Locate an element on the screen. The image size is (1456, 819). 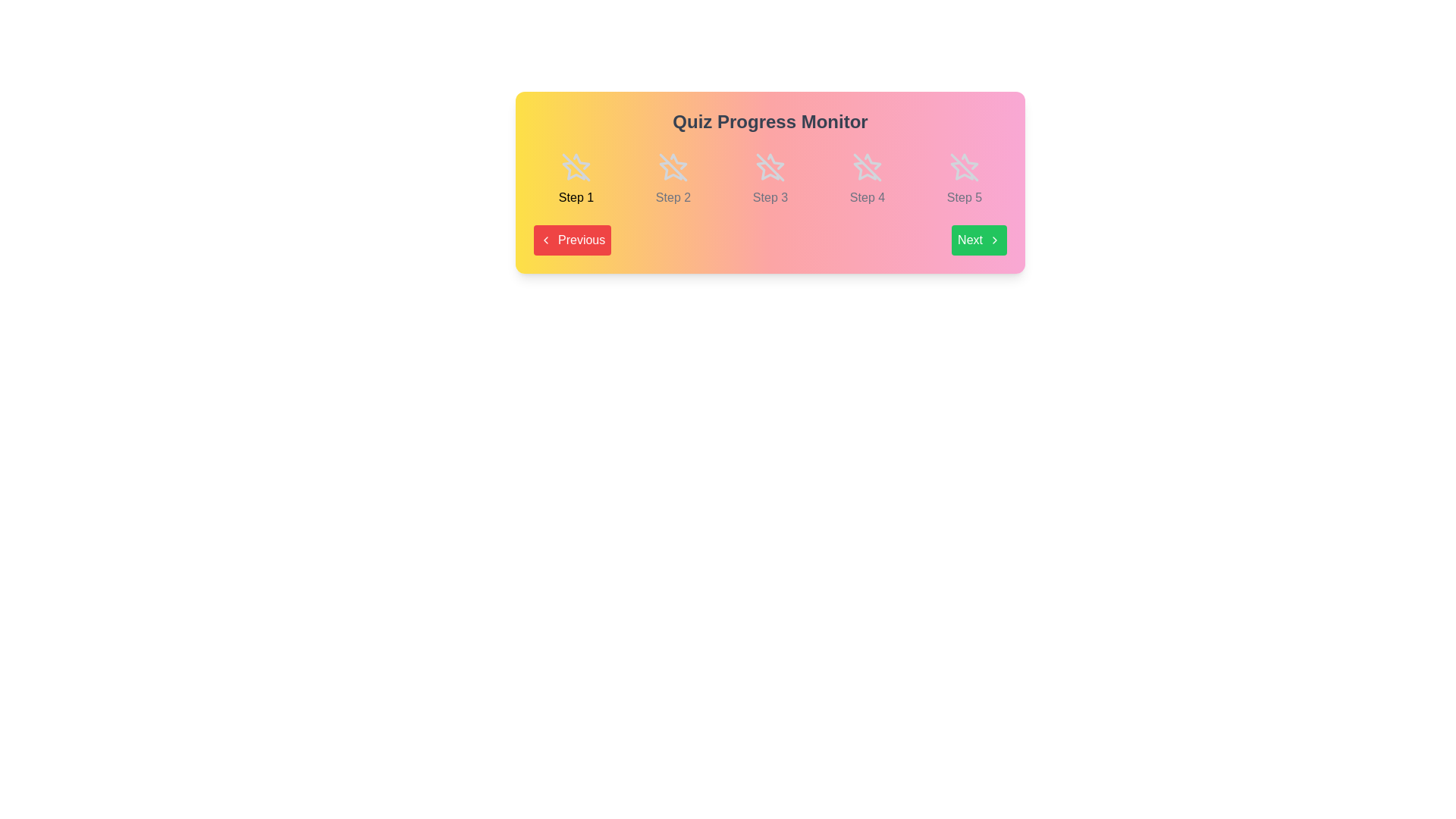
the static component with a crossed-out star icon and the text 'Step 1', which is the first item in a sequence of five similar elements is located at coordinates (575, 178).